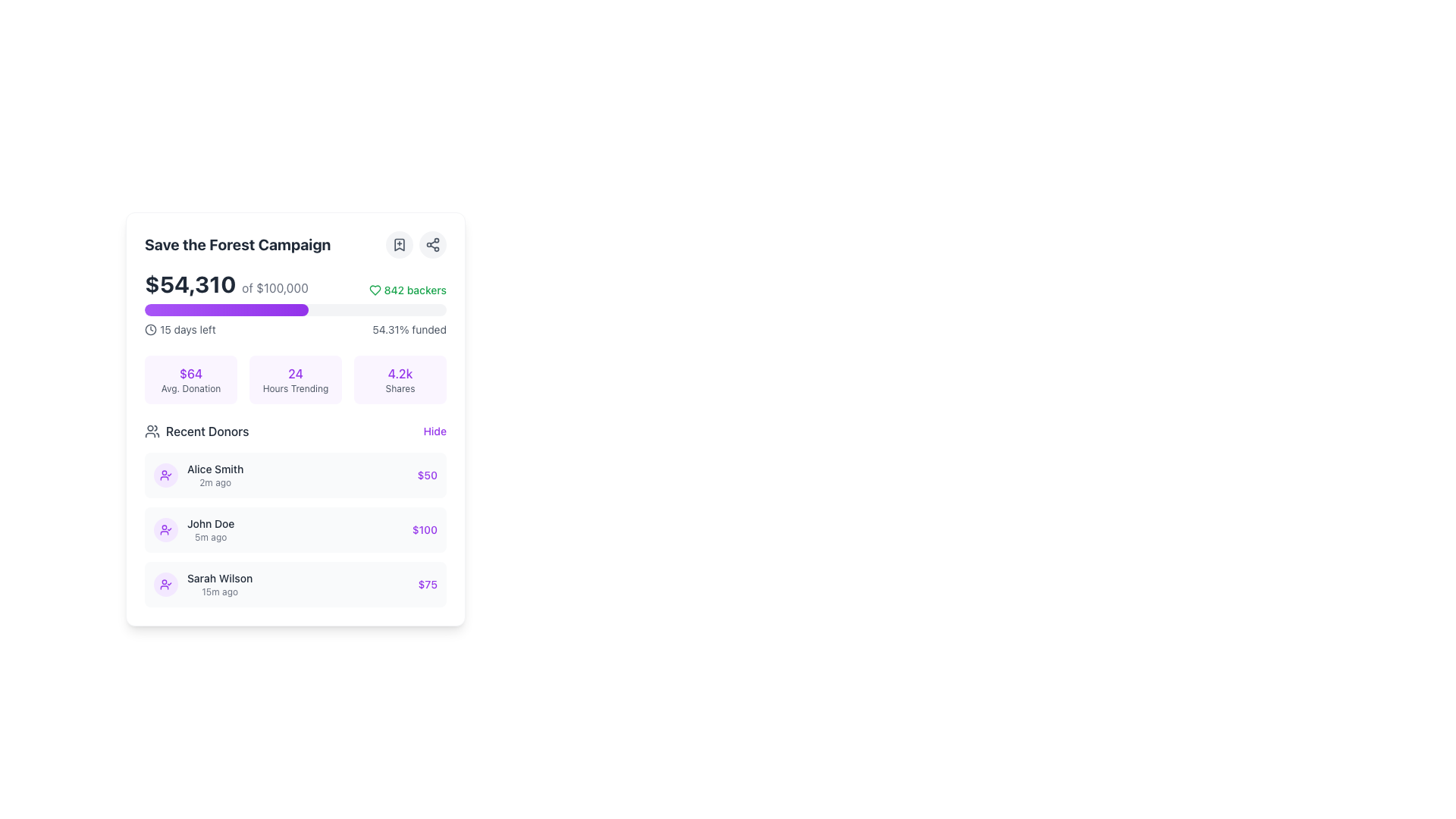  I want to click on the verified status icon indicating acknowledgment for the user 'Alice Smith', located in the 'Recent Donors' section, so click(166, 584).